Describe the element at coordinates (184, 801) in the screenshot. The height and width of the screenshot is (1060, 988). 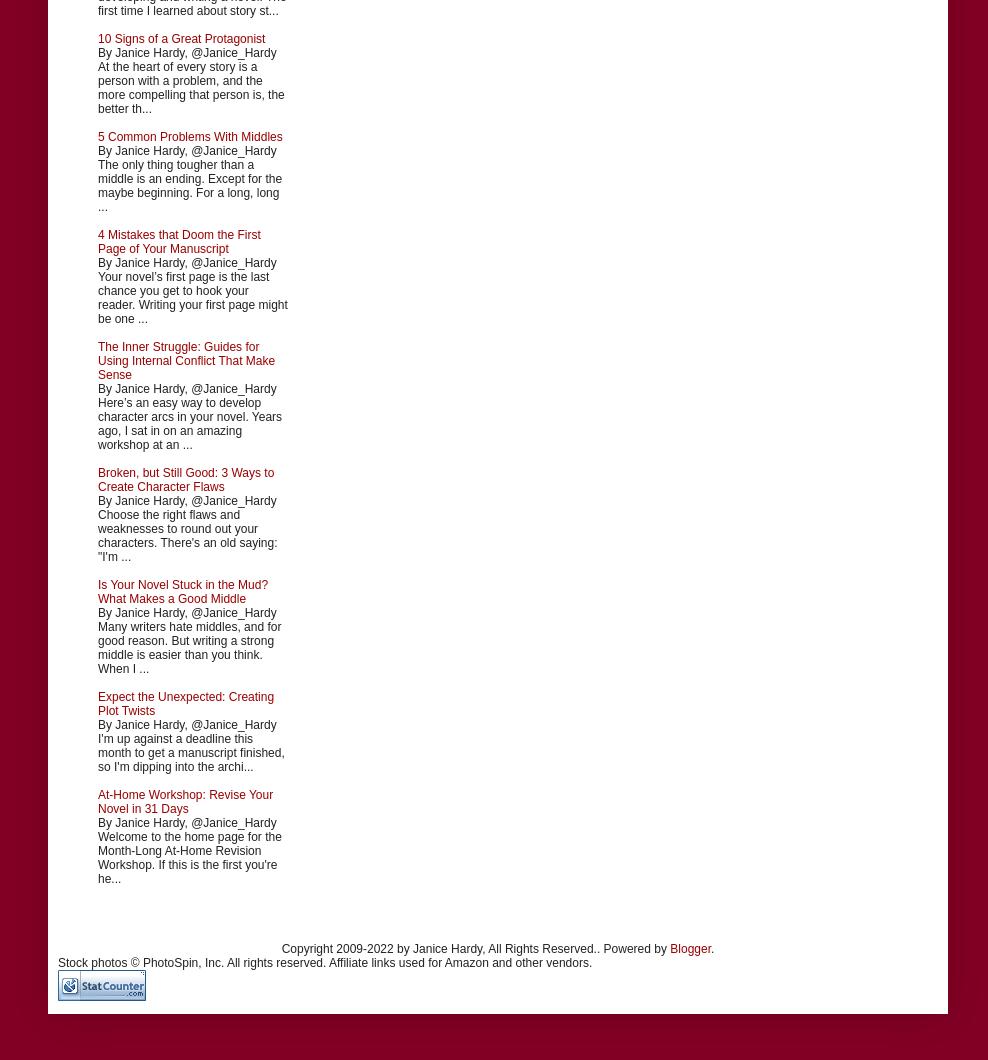
I see `'At-Home Workshop: Revise Your Novel in 31 Days'` at that location.